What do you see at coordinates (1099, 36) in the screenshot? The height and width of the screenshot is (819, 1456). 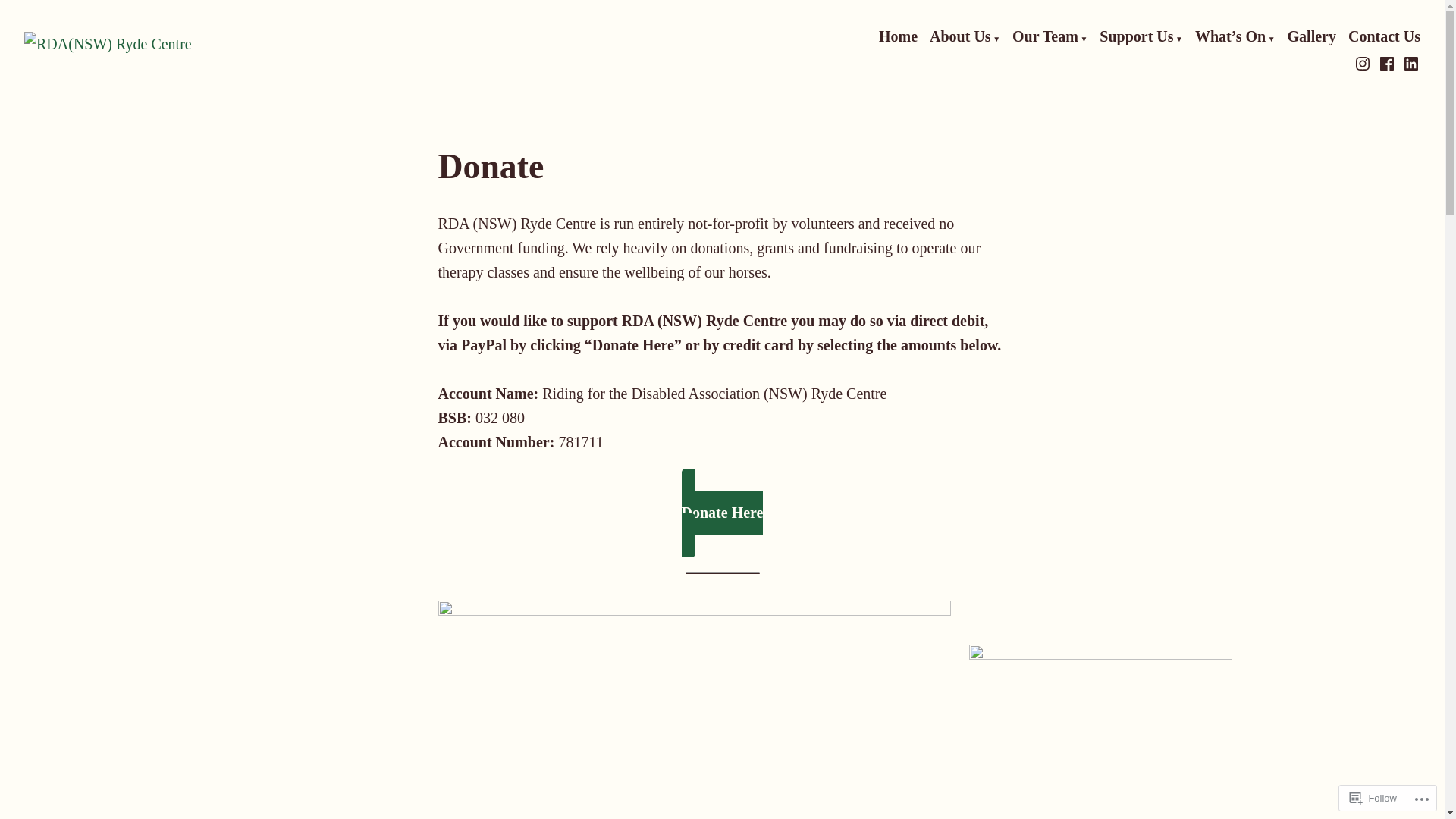 I see `'Support Us'` at bounding box center [1099, 36].